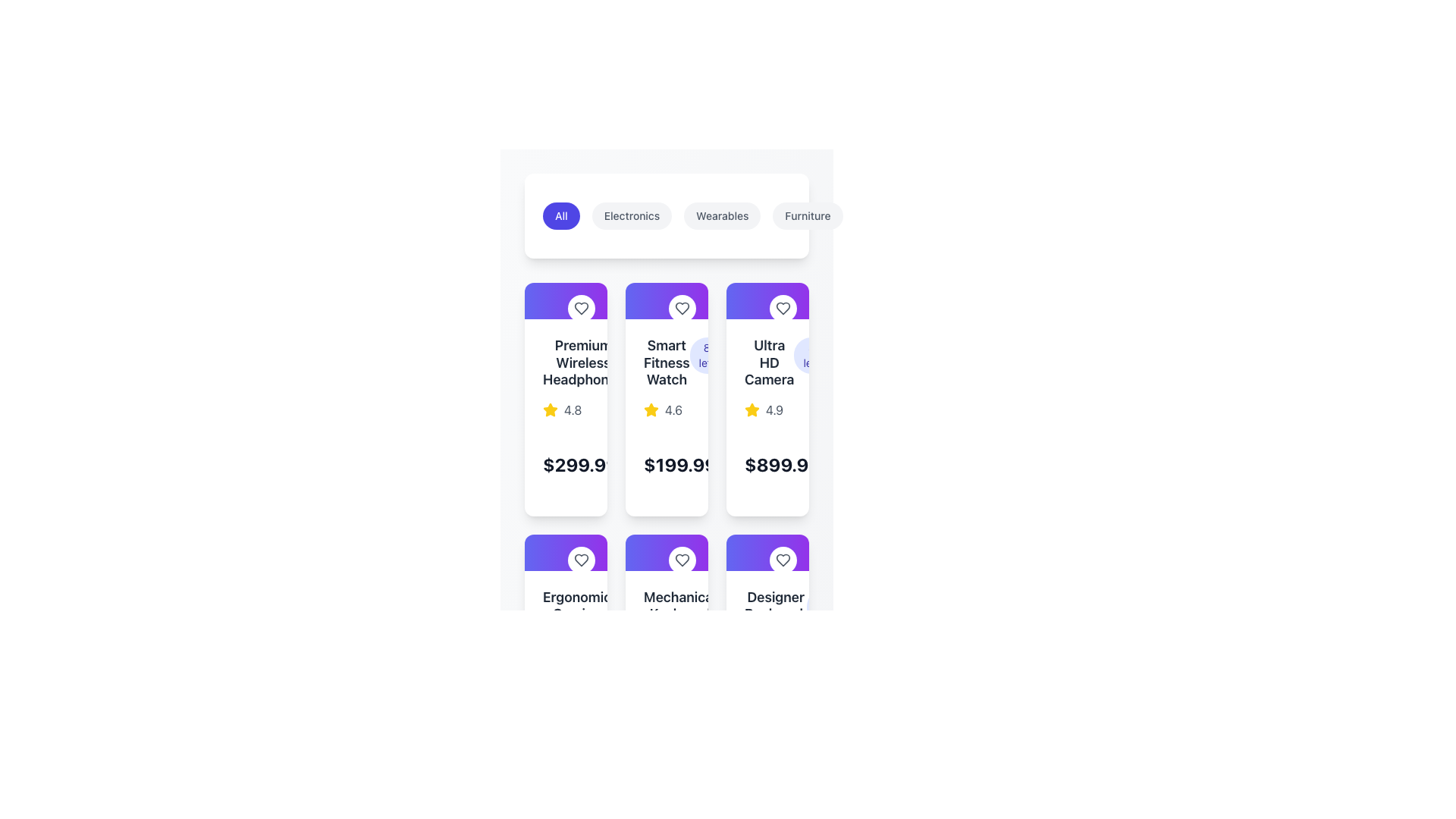 This screenshot has height=819, width=1456. I want to click on the text label 'Premium Wireless Headphones' which is styled in a bold, large font and is part of the first product card in a grid layout, so click(582, 362).